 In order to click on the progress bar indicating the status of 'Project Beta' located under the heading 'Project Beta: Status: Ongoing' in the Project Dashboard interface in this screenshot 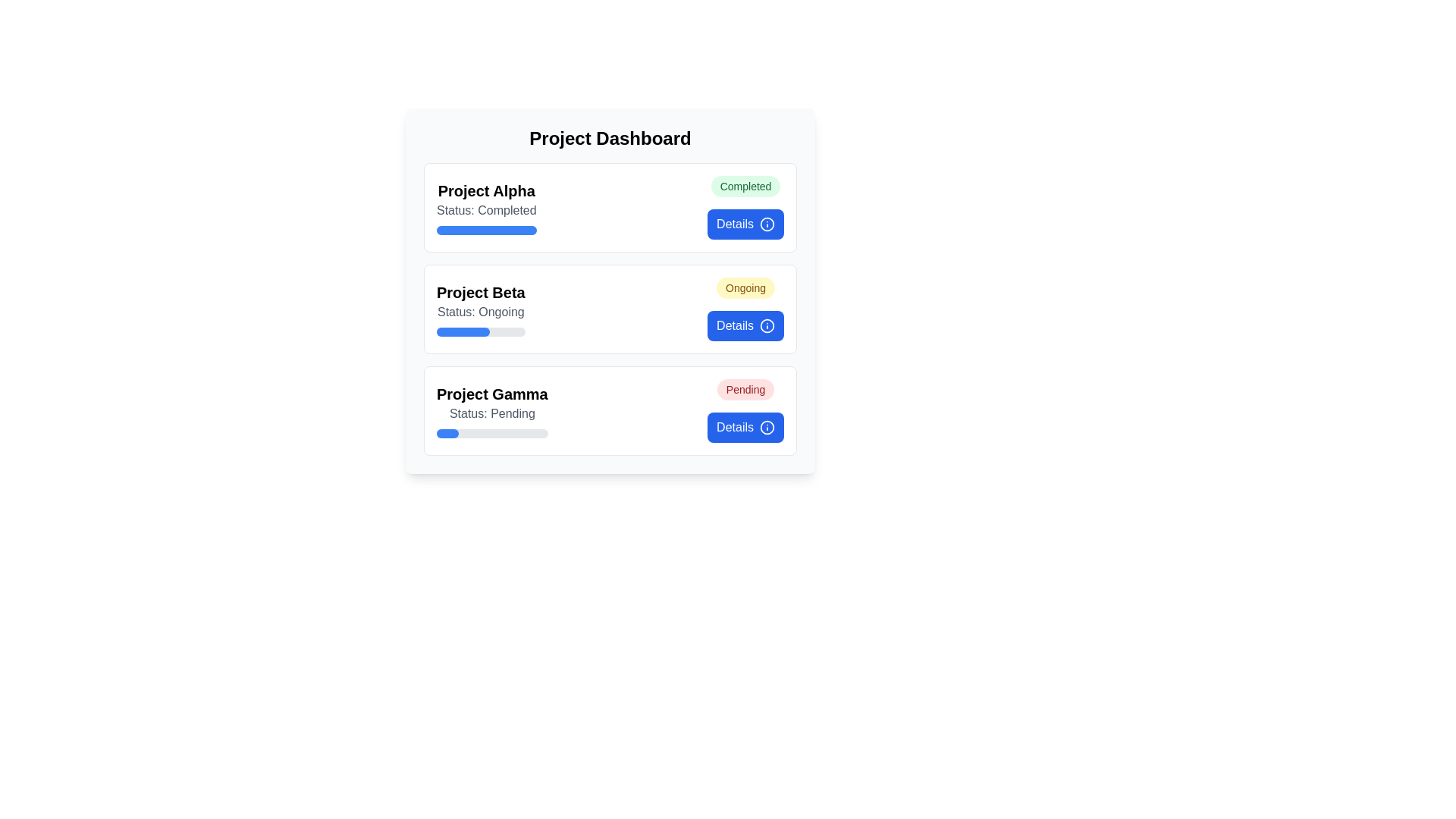, I will do `click(462, 331)`.